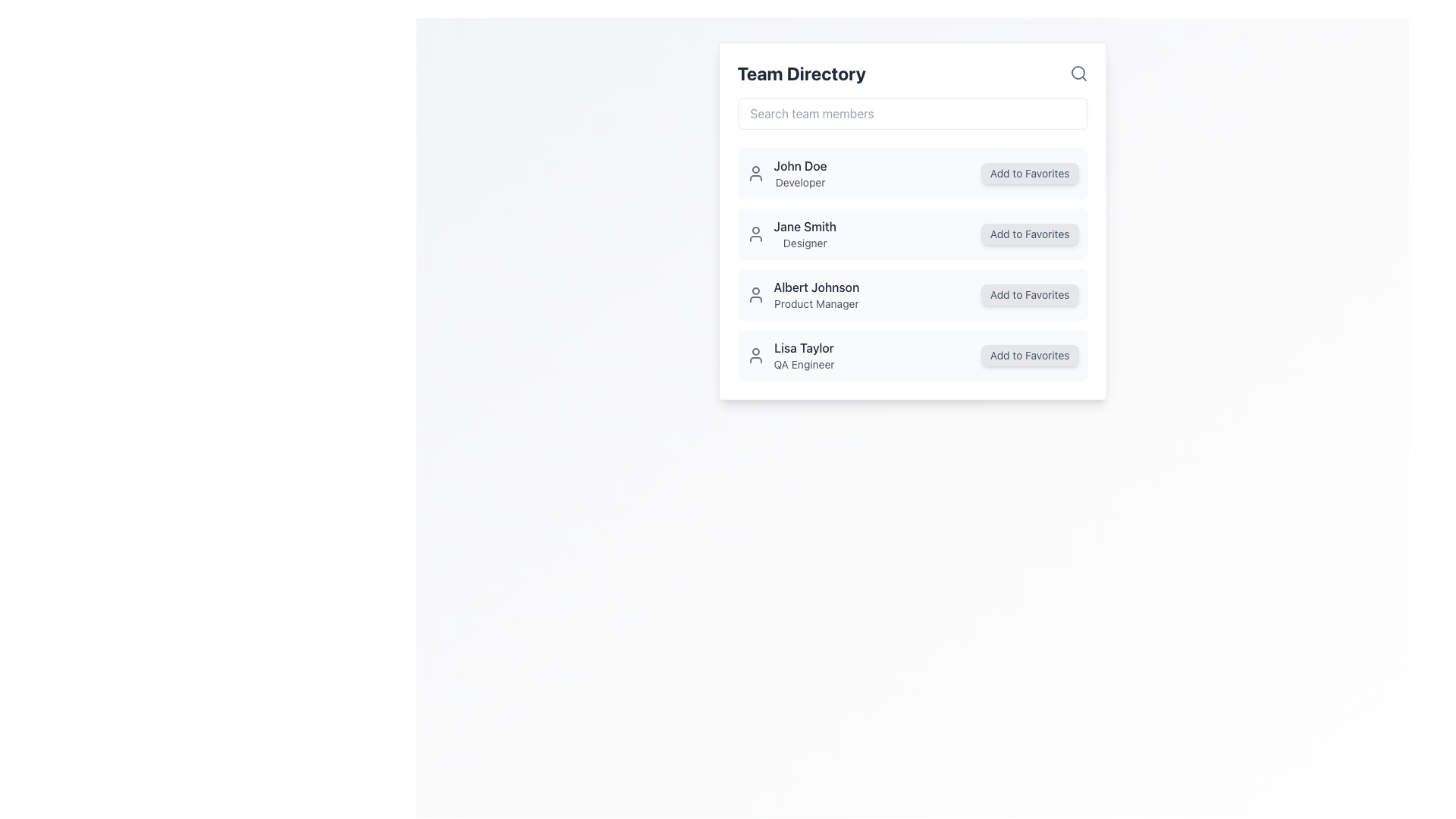 This screenshot has height=819, width=1456. I want to click on the decorative circle component of the search icon located in the top-right corner of the application header, so click(1077, 73).